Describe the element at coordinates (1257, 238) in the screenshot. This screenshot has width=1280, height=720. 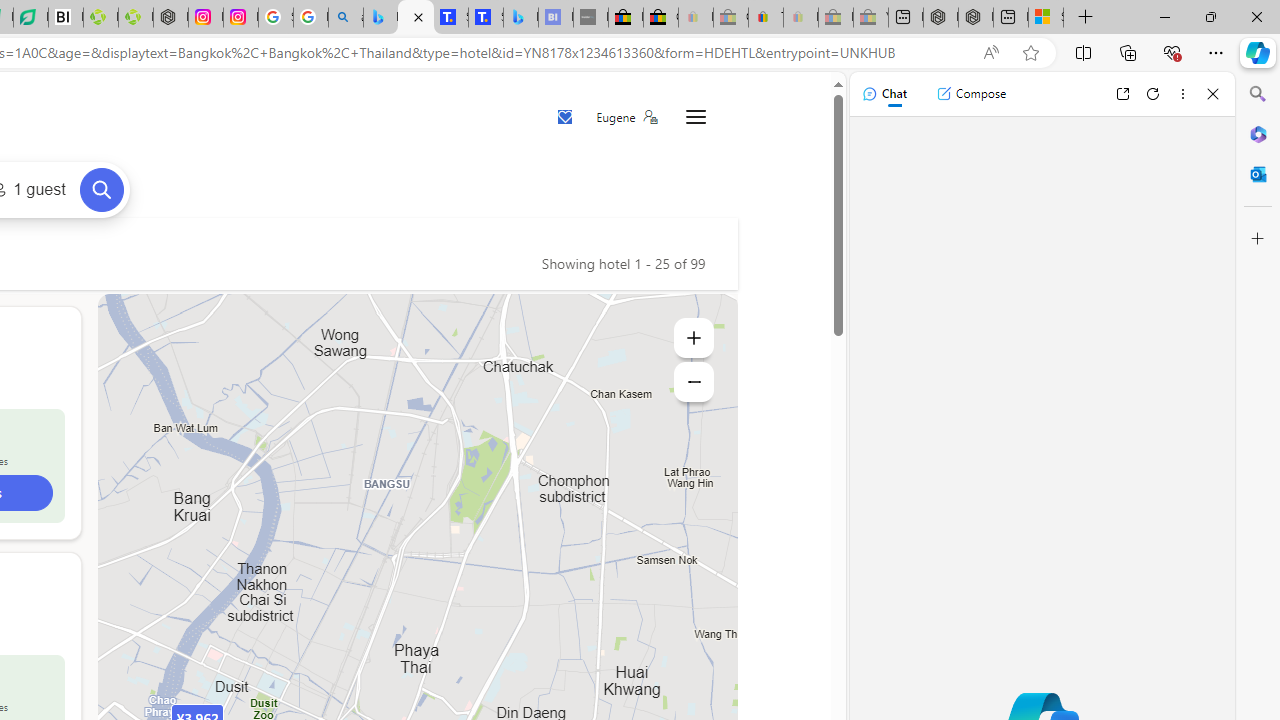
I see `'Customize'` at that location.